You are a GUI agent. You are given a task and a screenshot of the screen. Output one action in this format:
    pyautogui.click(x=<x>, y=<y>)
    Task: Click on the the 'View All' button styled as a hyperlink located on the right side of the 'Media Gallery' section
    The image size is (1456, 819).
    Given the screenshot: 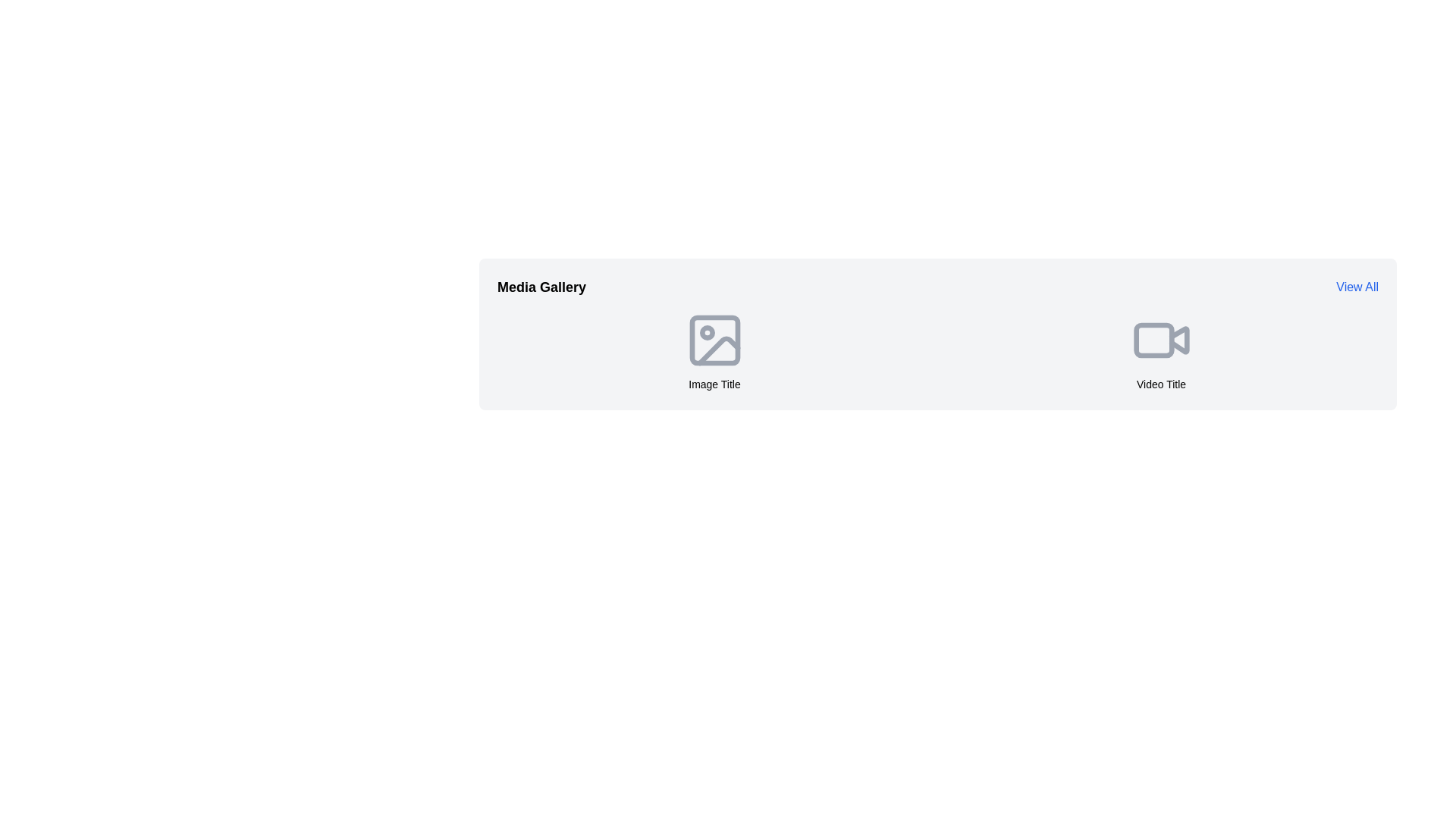 What is the action you would take?
    pyautogui.click(x=1357, y=287)
    